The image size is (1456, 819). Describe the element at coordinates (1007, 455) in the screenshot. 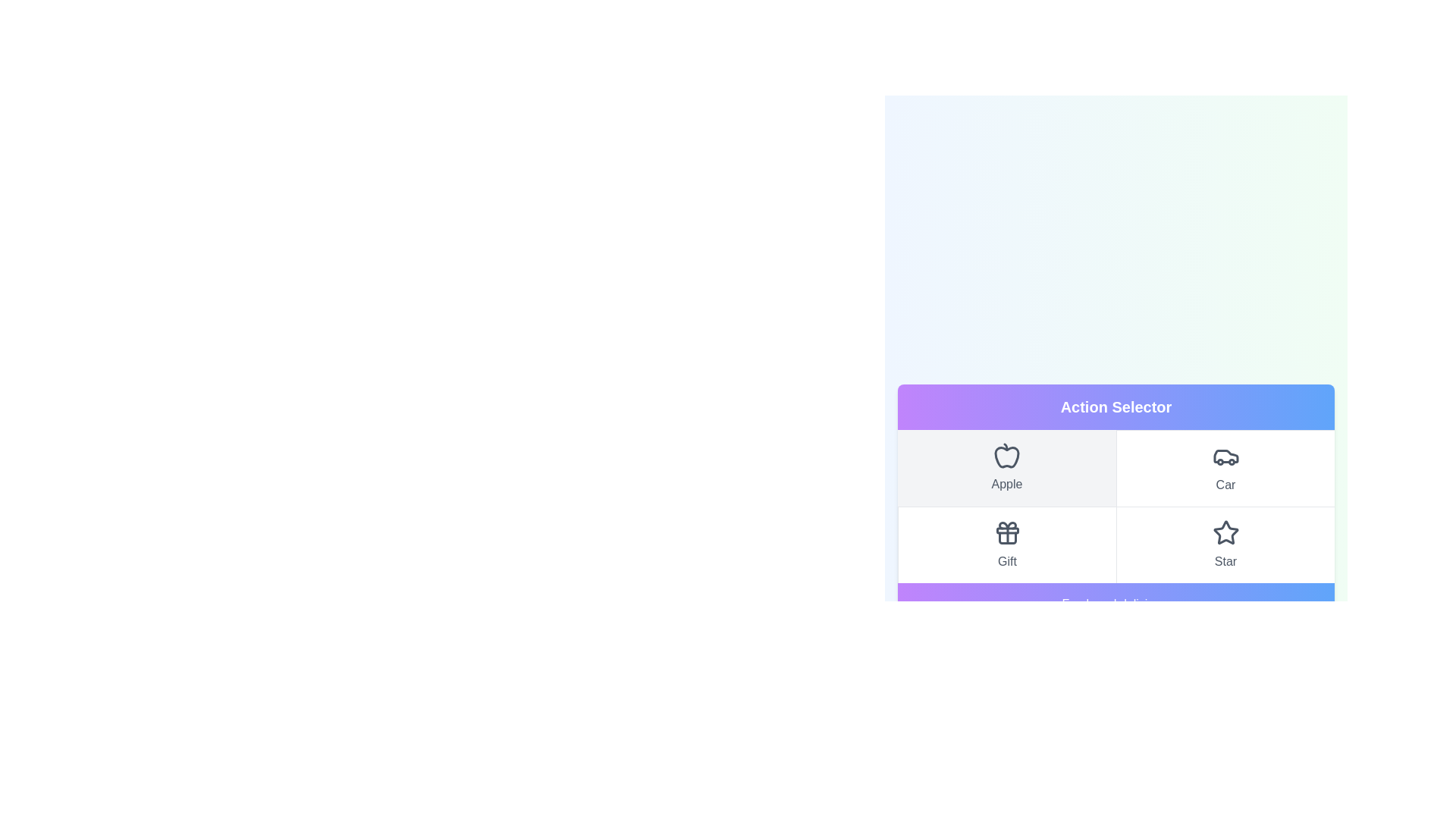

I see `the apple SVG icon outlined in dark gray located in the top-left cell of a 2x2 grid layout, with the label 'Apple' below it` at that location.